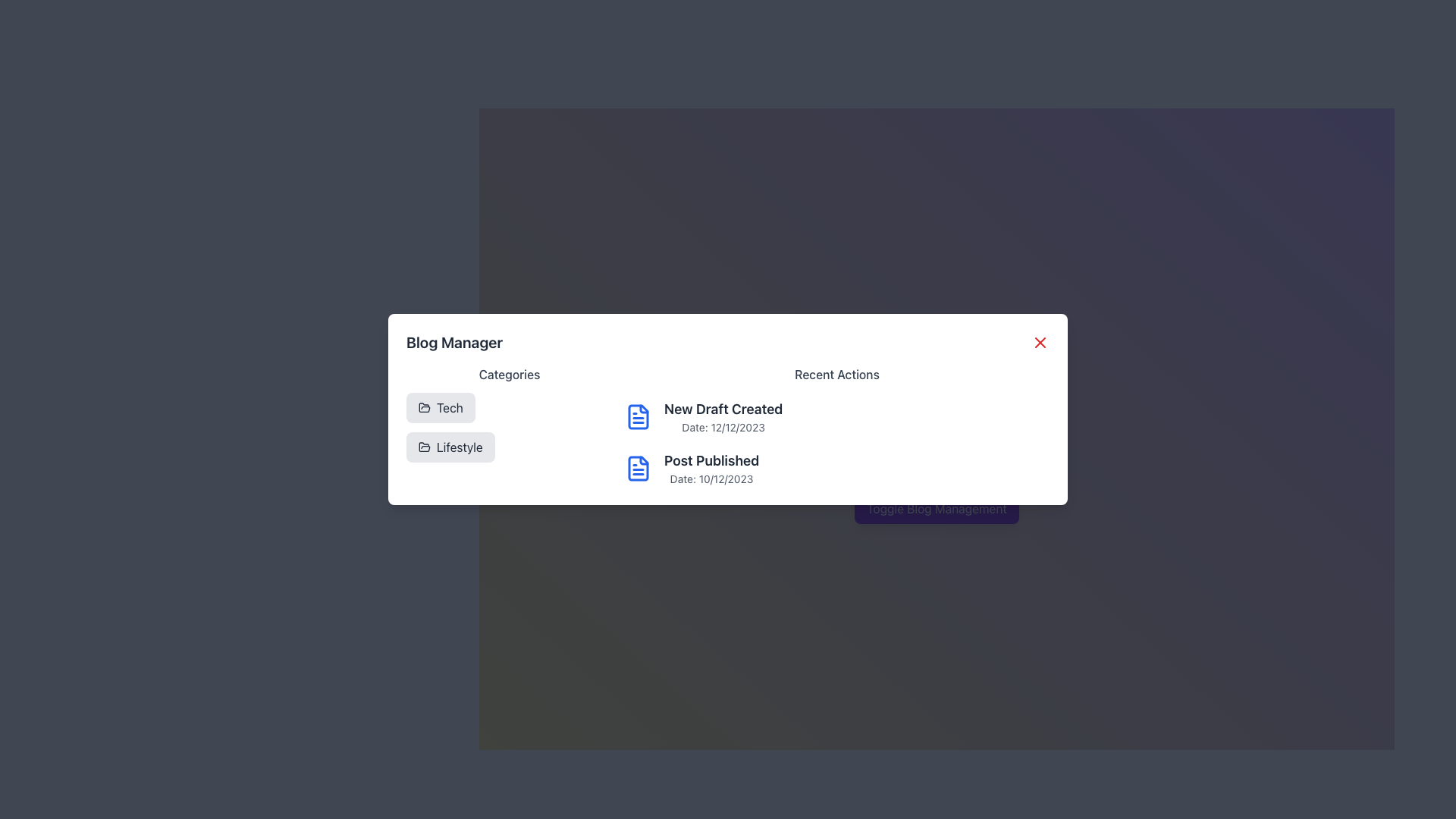 The width and height of the screenshot is (1456, 819). What do you see at coordinates (728, 426) in the screenshot?
I see `any category or item in the composite collection of interactive buttons and recent actions in the 'Blog Manager' dialog box` at bounding box center [728, 426].